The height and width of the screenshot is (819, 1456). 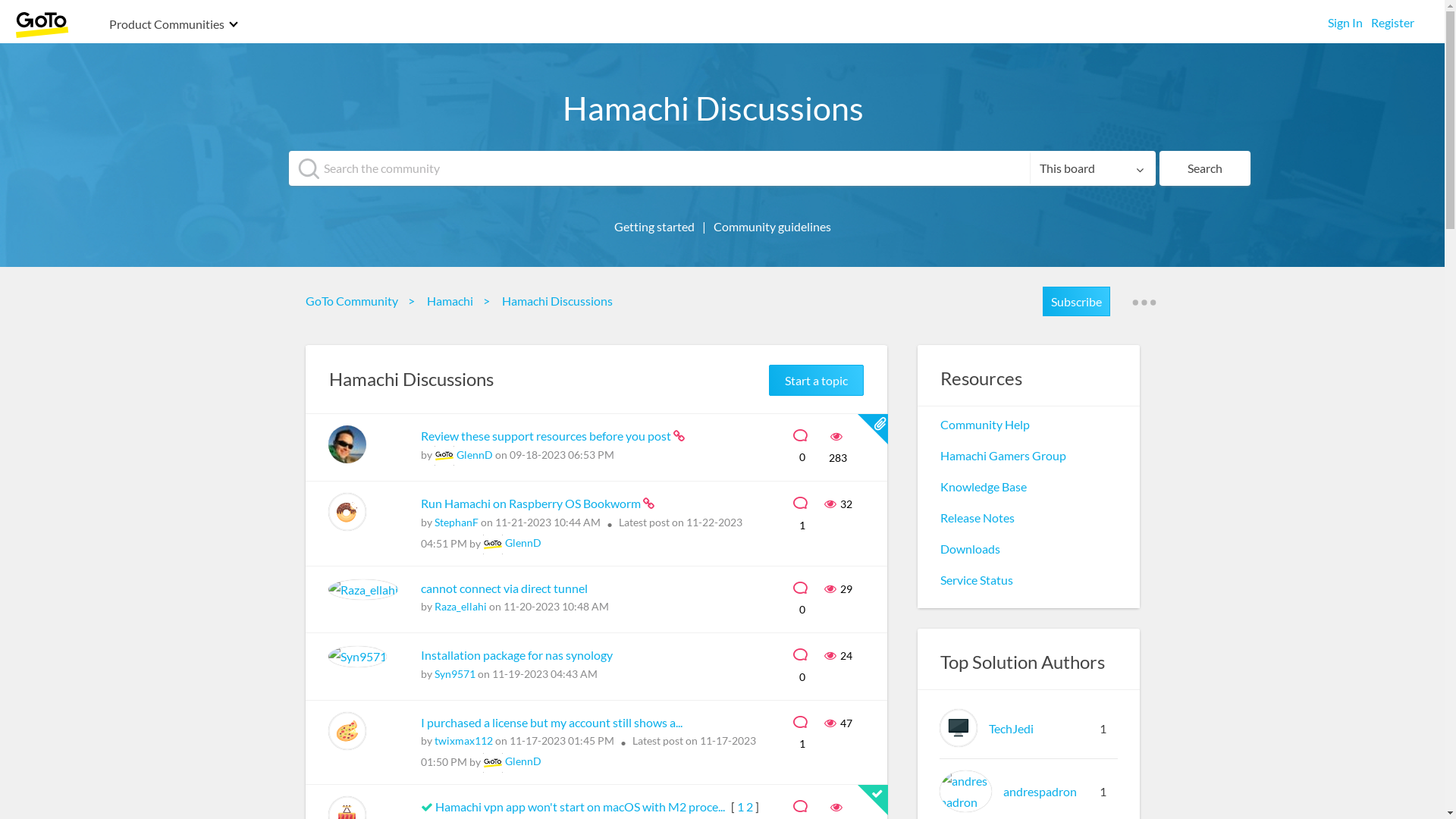 I want to click on 'Getting started', so click(x=607, y=226).